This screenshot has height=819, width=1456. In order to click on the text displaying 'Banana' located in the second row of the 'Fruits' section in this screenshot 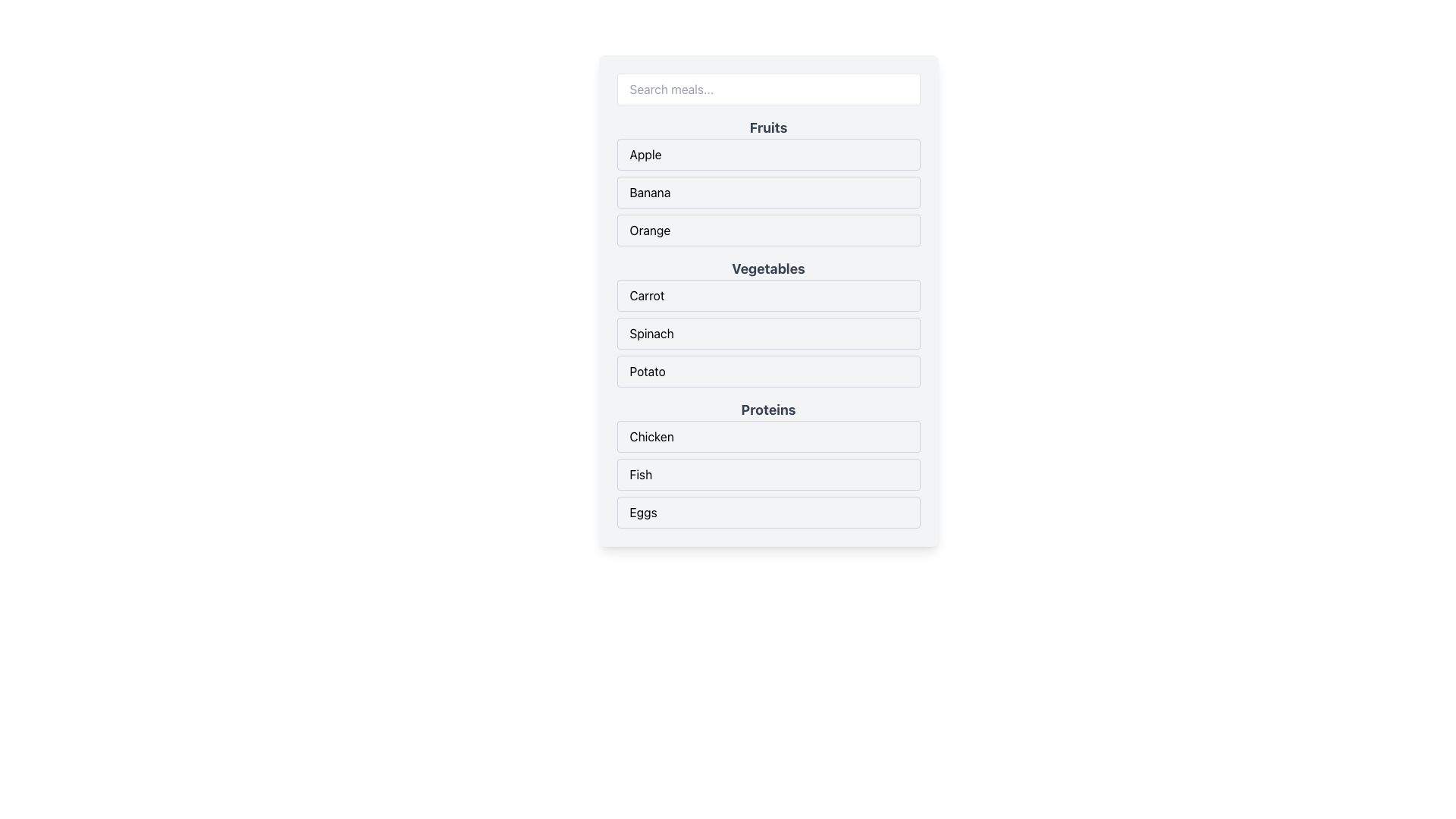, I will do `click(650, 192)`.